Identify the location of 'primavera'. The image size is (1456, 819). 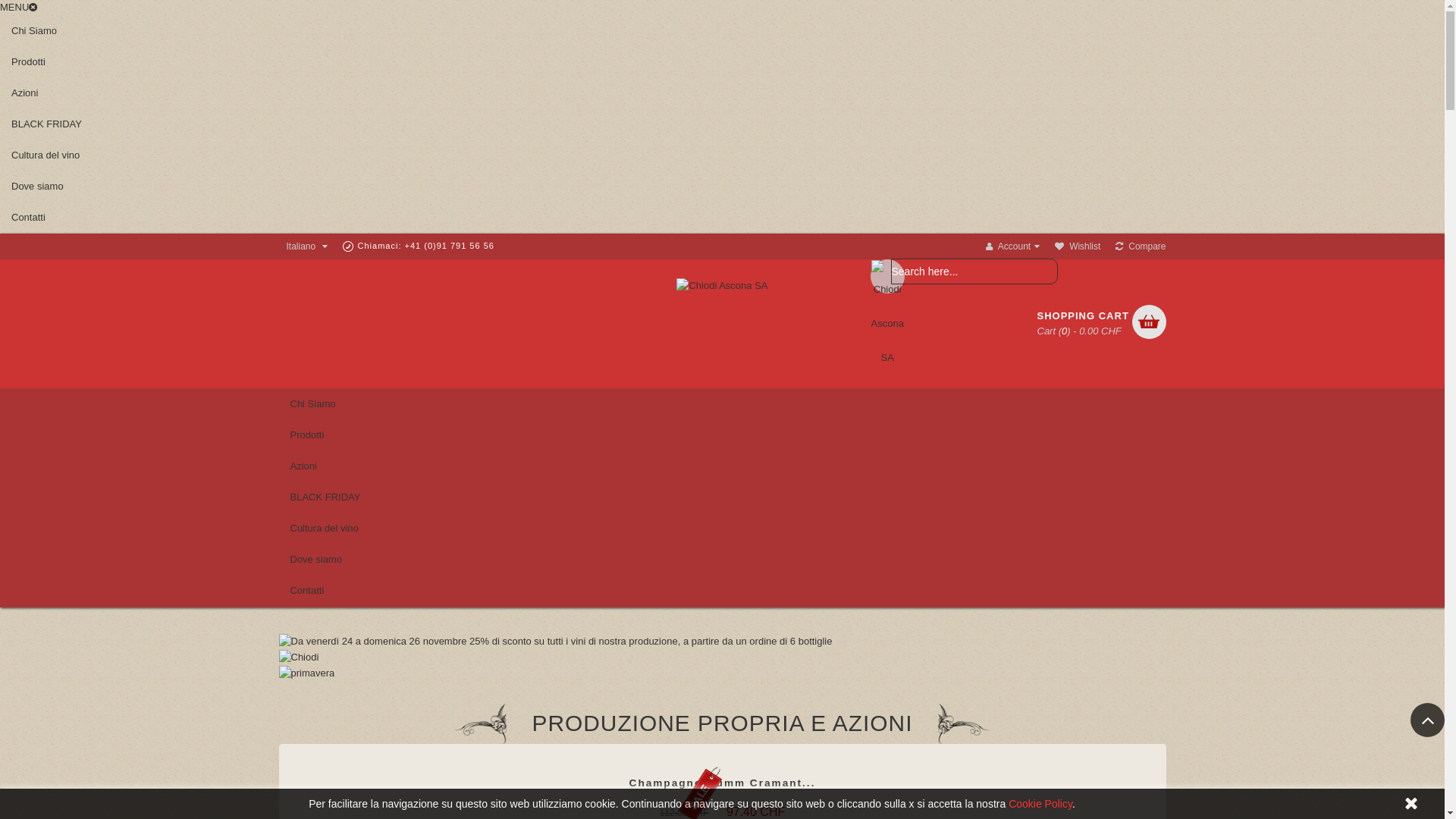
(306, 672).